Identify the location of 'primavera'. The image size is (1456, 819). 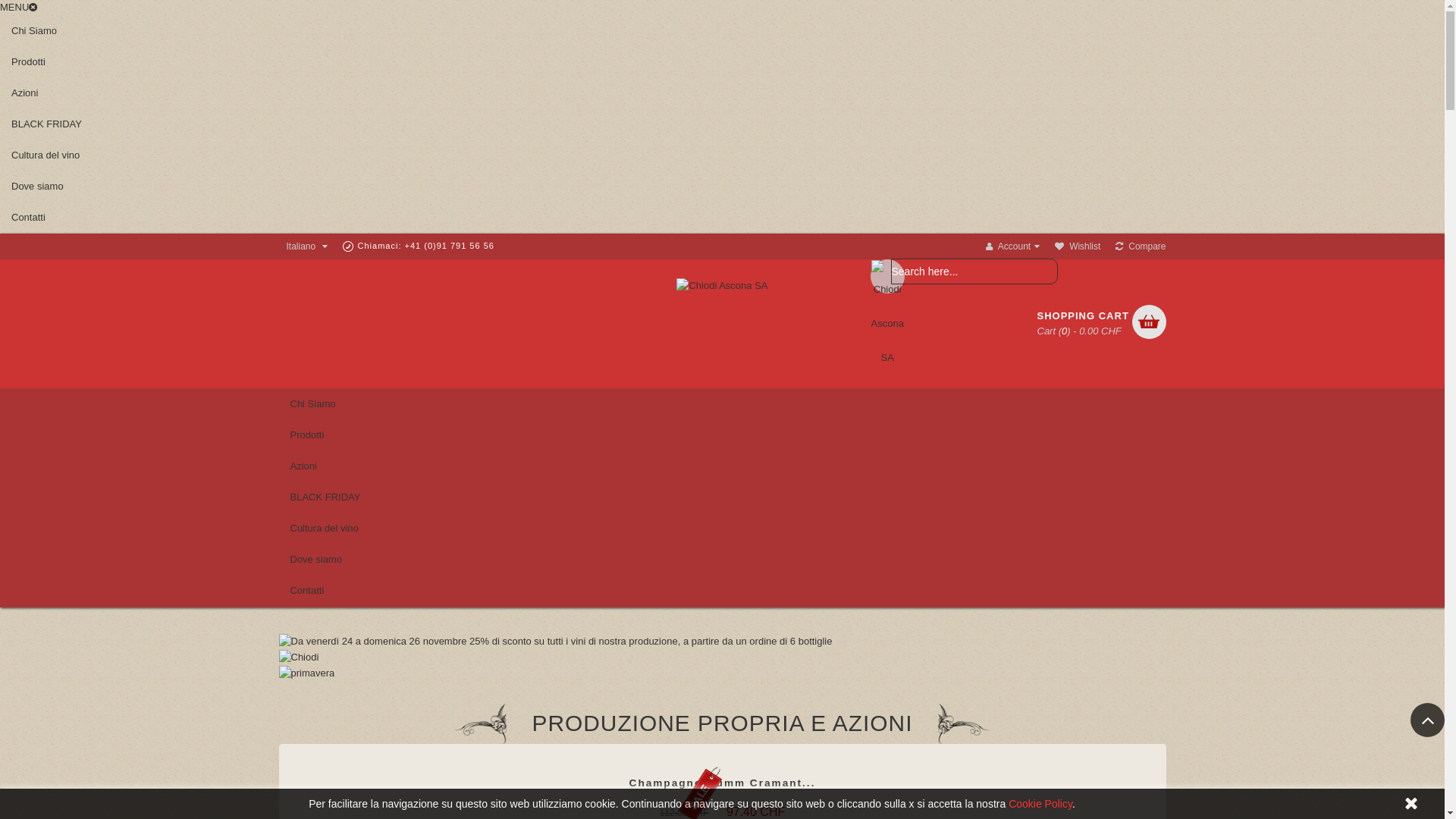
(306, 672).